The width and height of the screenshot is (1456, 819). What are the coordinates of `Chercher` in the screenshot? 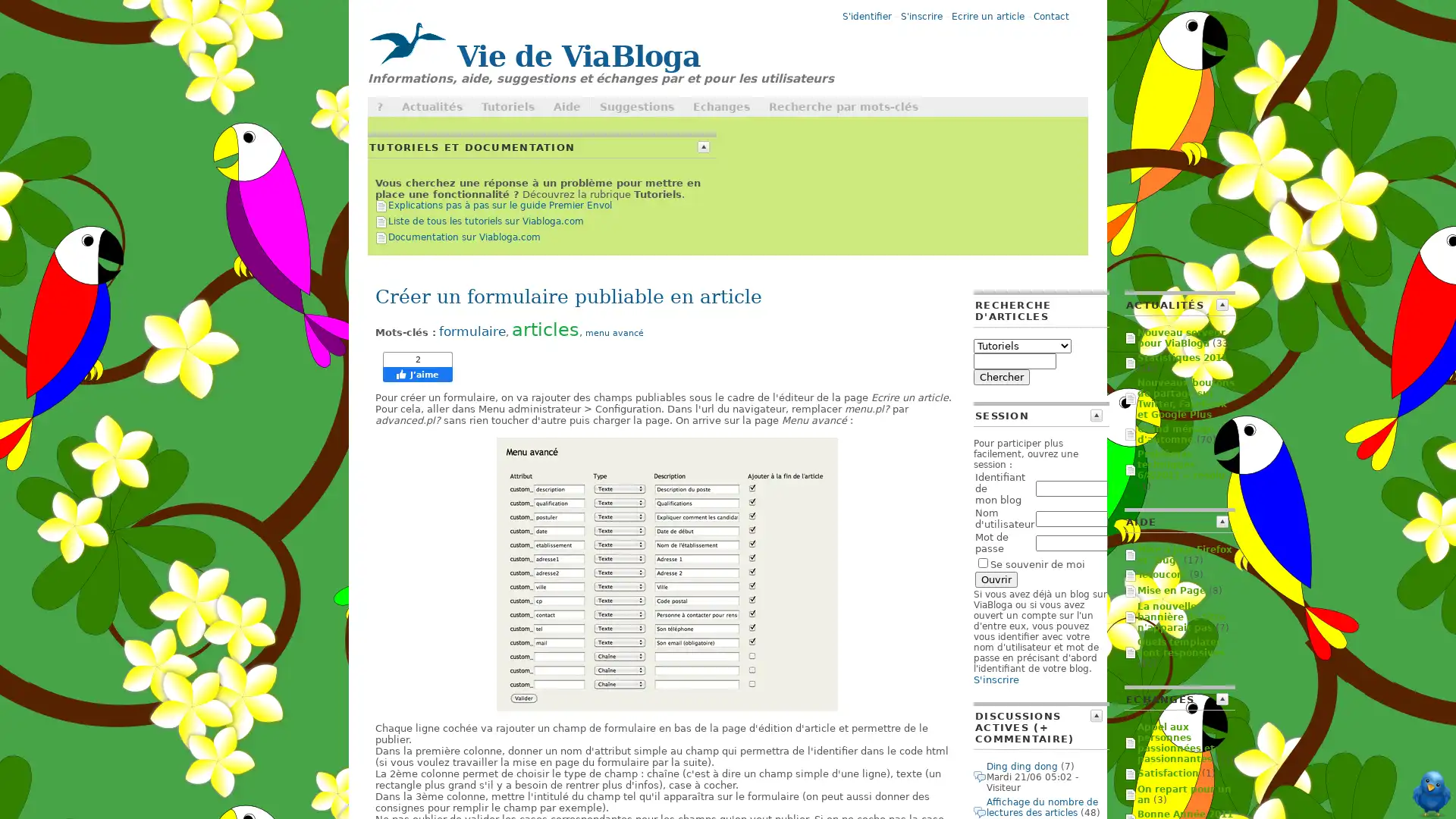 It's located at (1001, 376).